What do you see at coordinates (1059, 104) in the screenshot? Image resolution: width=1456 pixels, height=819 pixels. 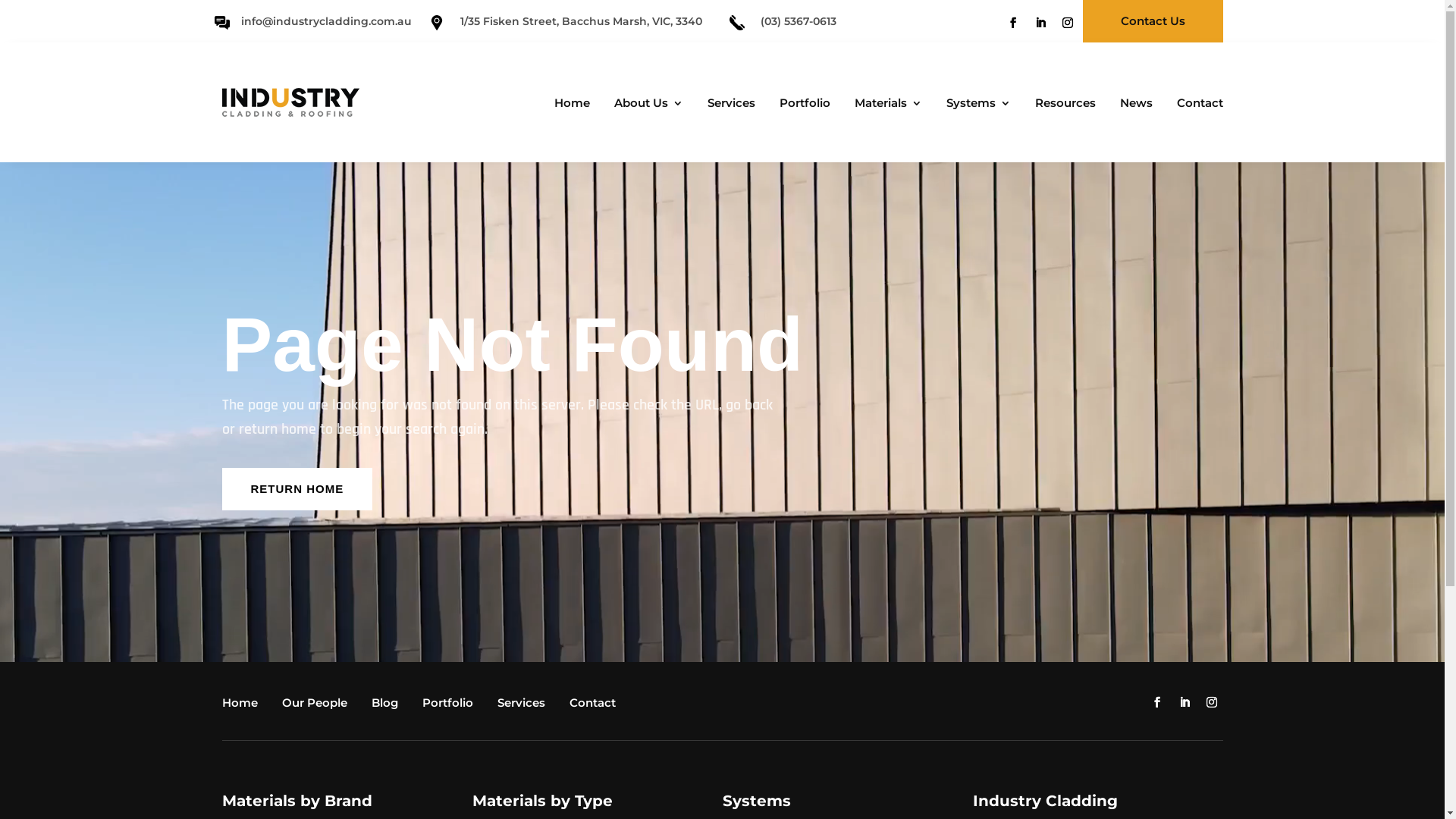 I see `'Resources'` at bounding box center [1059, 104].